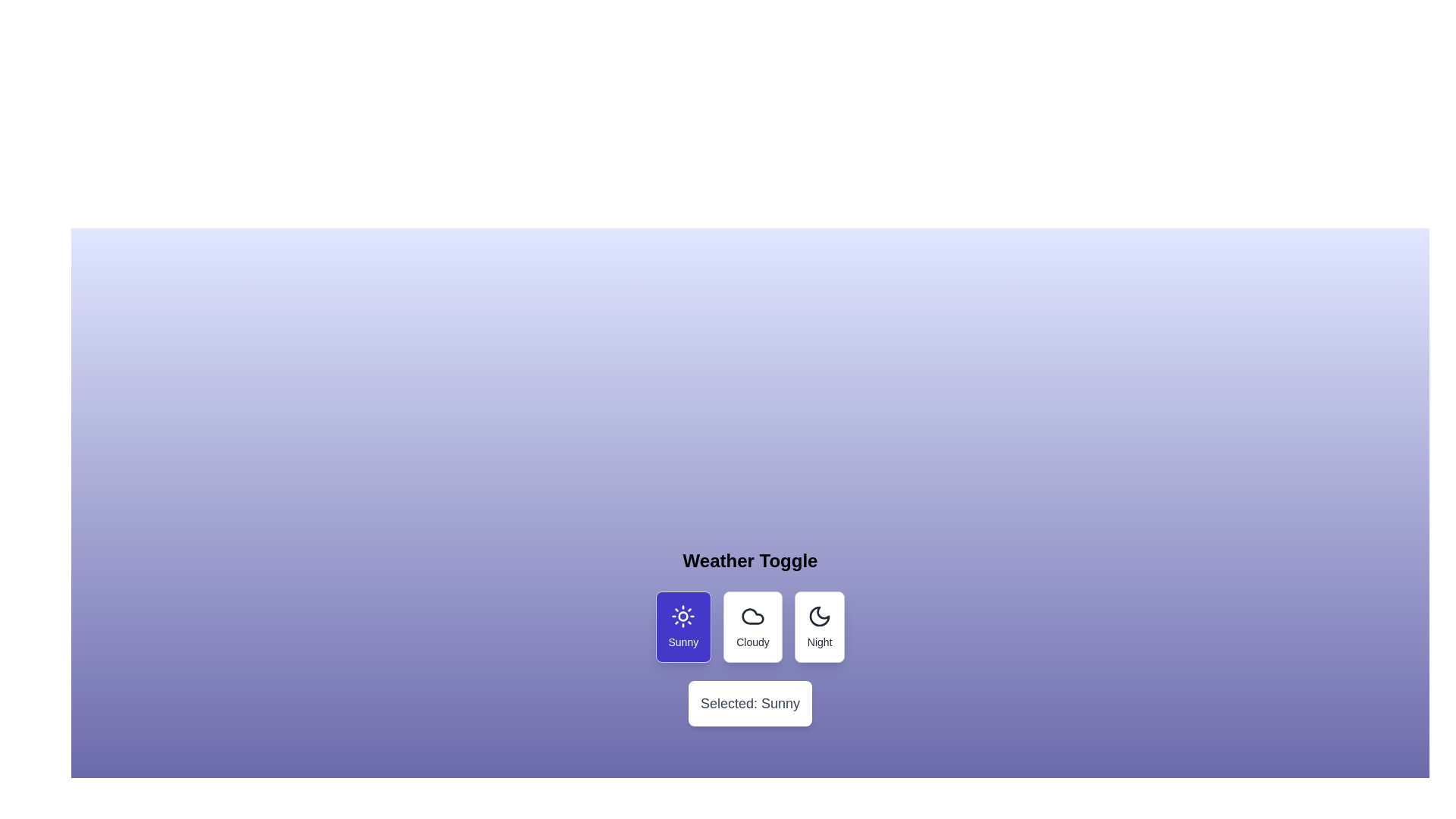  What do you see at coordinates (819, 626) in the screenshot?
I see `the Night button to observe the visual scaling effect` at bounding box center [819, 626].